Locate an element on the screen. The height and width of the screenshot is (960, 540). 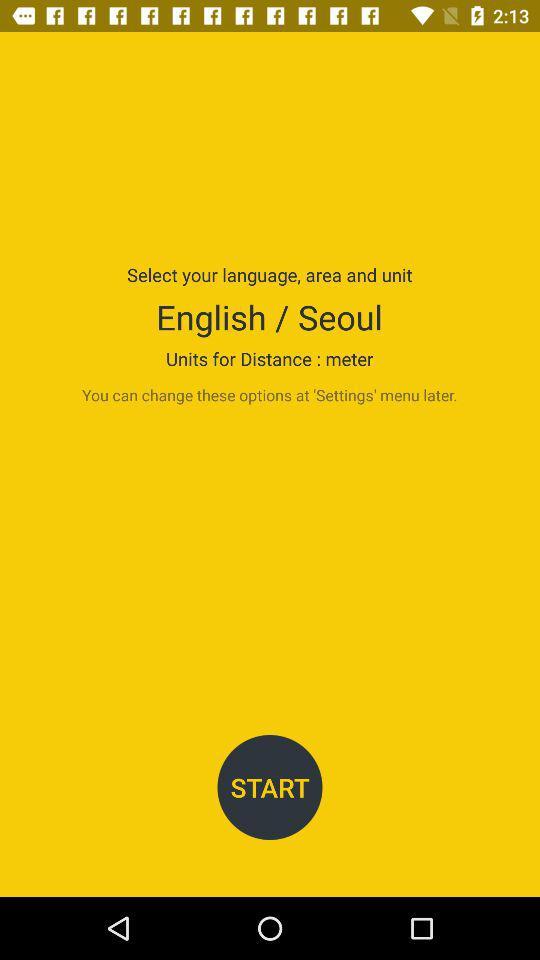
the icon below the you can change is located at coordinates (270, 787).